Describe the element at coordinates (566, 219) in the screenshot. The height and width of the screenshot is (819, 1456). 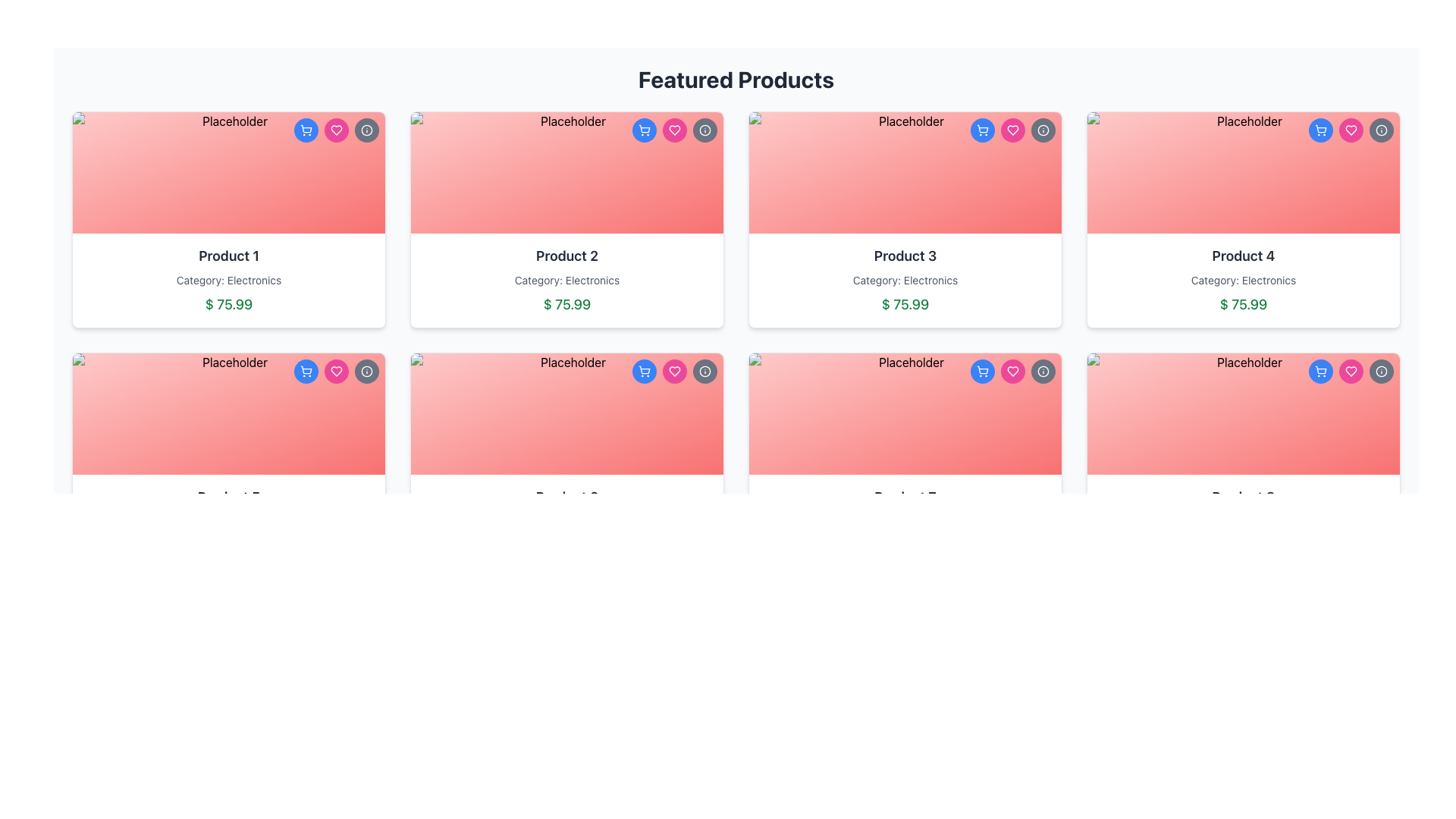
I see `the second Card UI Component in the product grid, which displays product information` at that location.